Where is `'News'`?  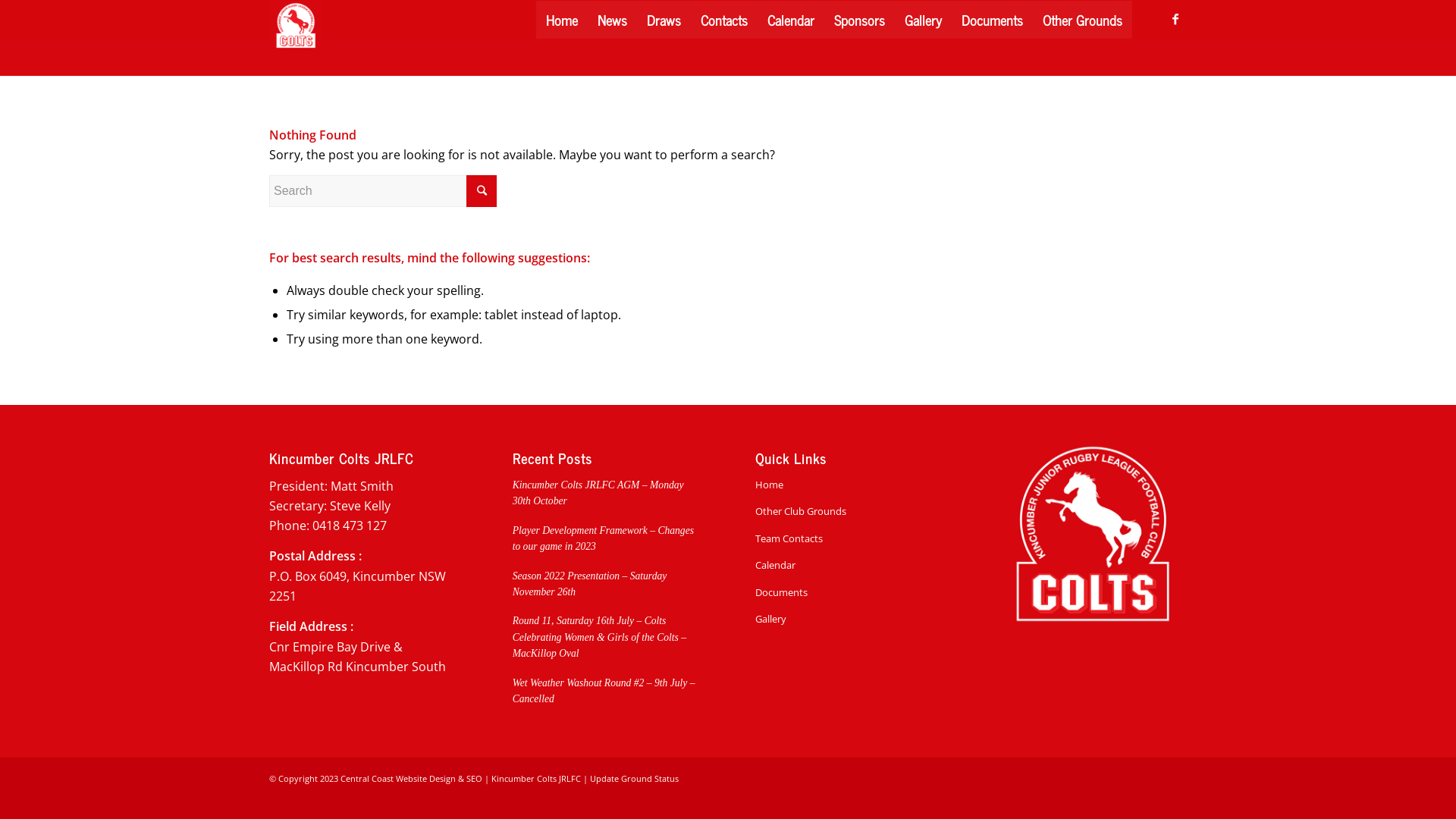 'News' is located at coordinates (612, 20).